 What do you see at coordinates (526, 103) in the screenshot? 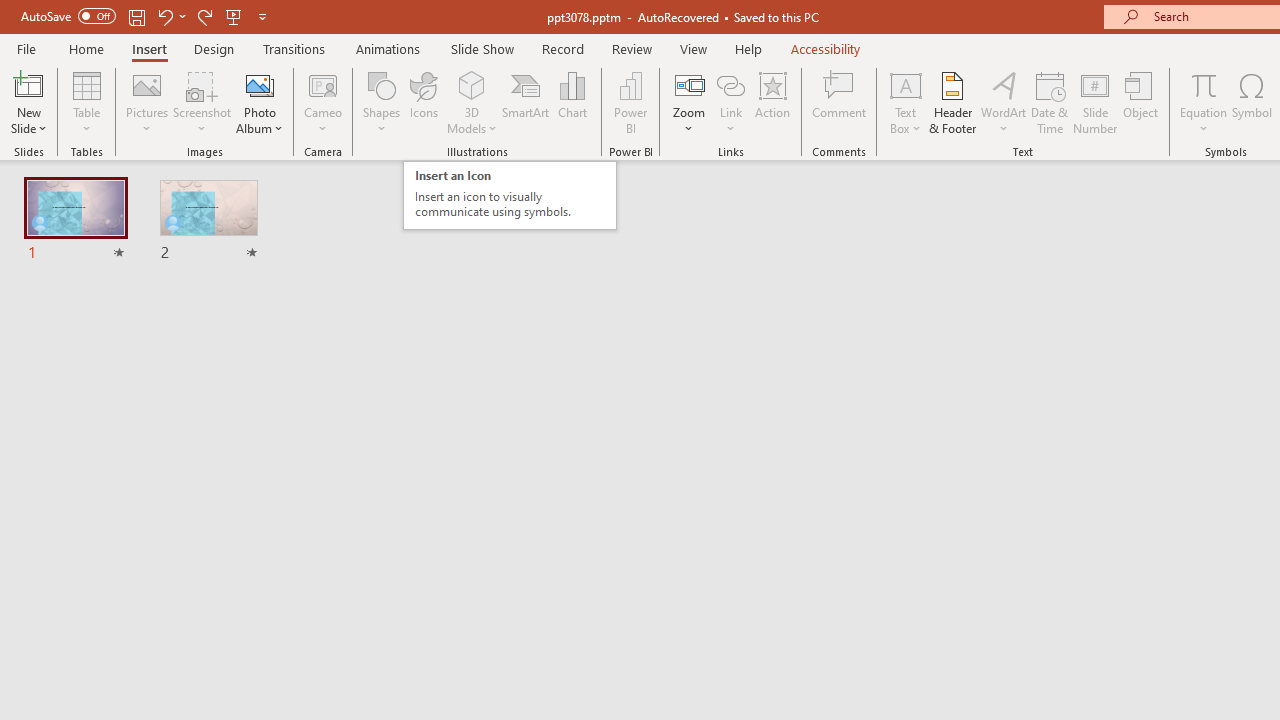
I see `'SmartArt...'` at bounding box center [526, 103].